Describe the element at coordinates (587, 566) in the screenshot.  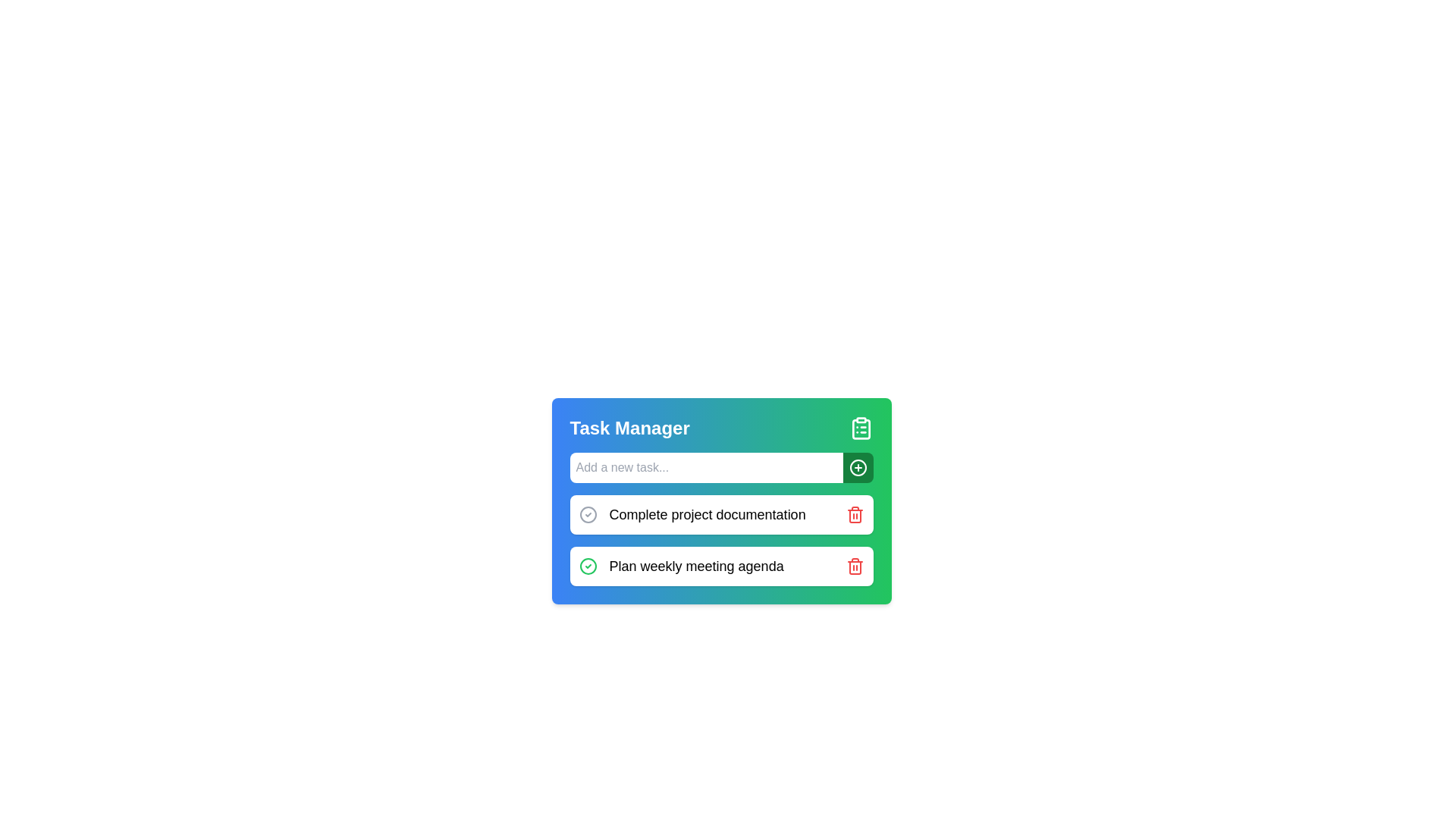
I see `the central part of the circular checkmark icon indicating task completion, which is positioned to the left of the task title 'Complete project documentation'` at that location.